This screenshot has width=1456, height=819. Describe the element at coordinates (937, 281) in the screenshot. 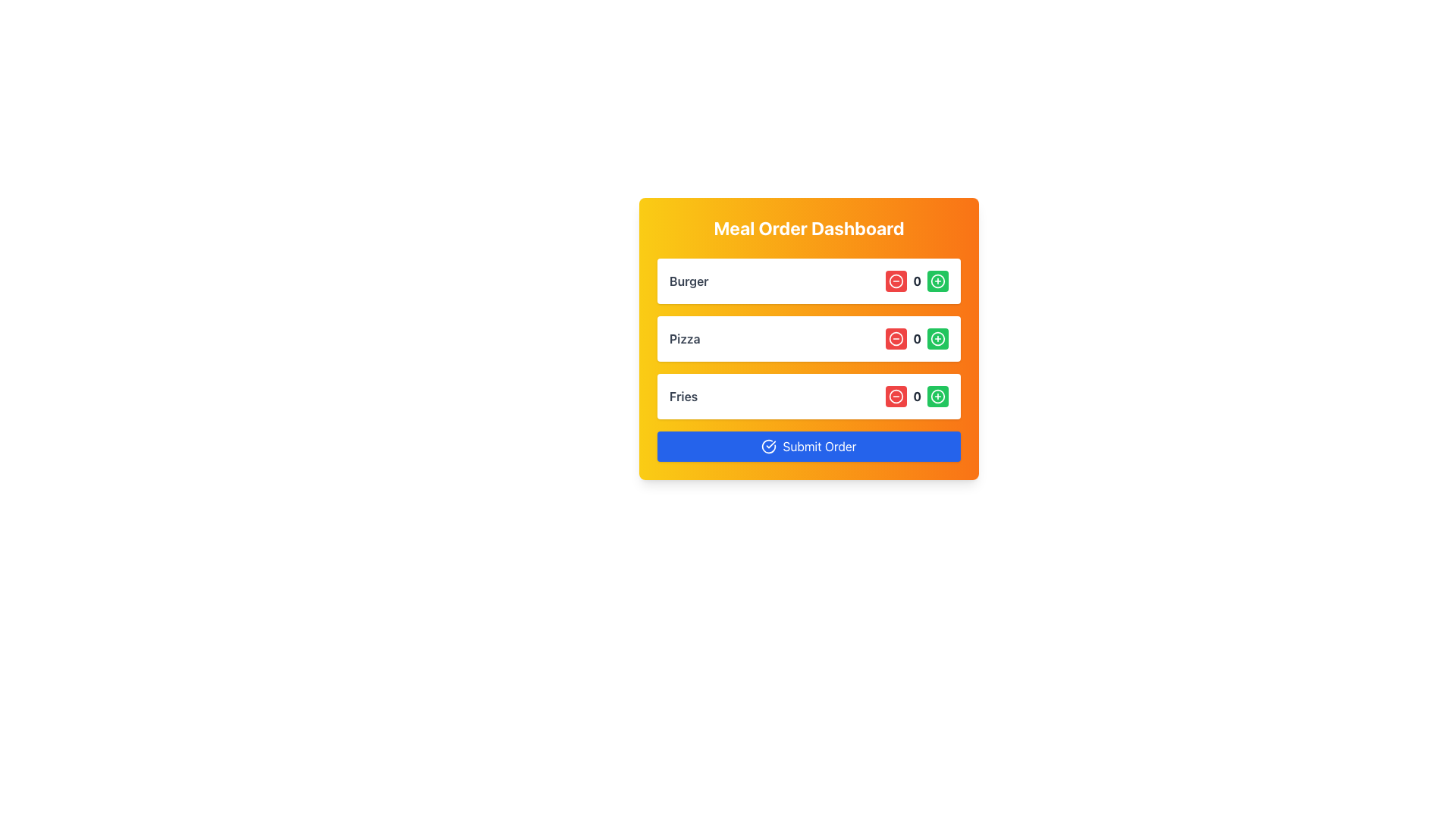

I see `the button that increases the quantity of the 'Burger' item in the Meal Order Dashboard, located in the top right corner of the 'Burger' row` at that location.